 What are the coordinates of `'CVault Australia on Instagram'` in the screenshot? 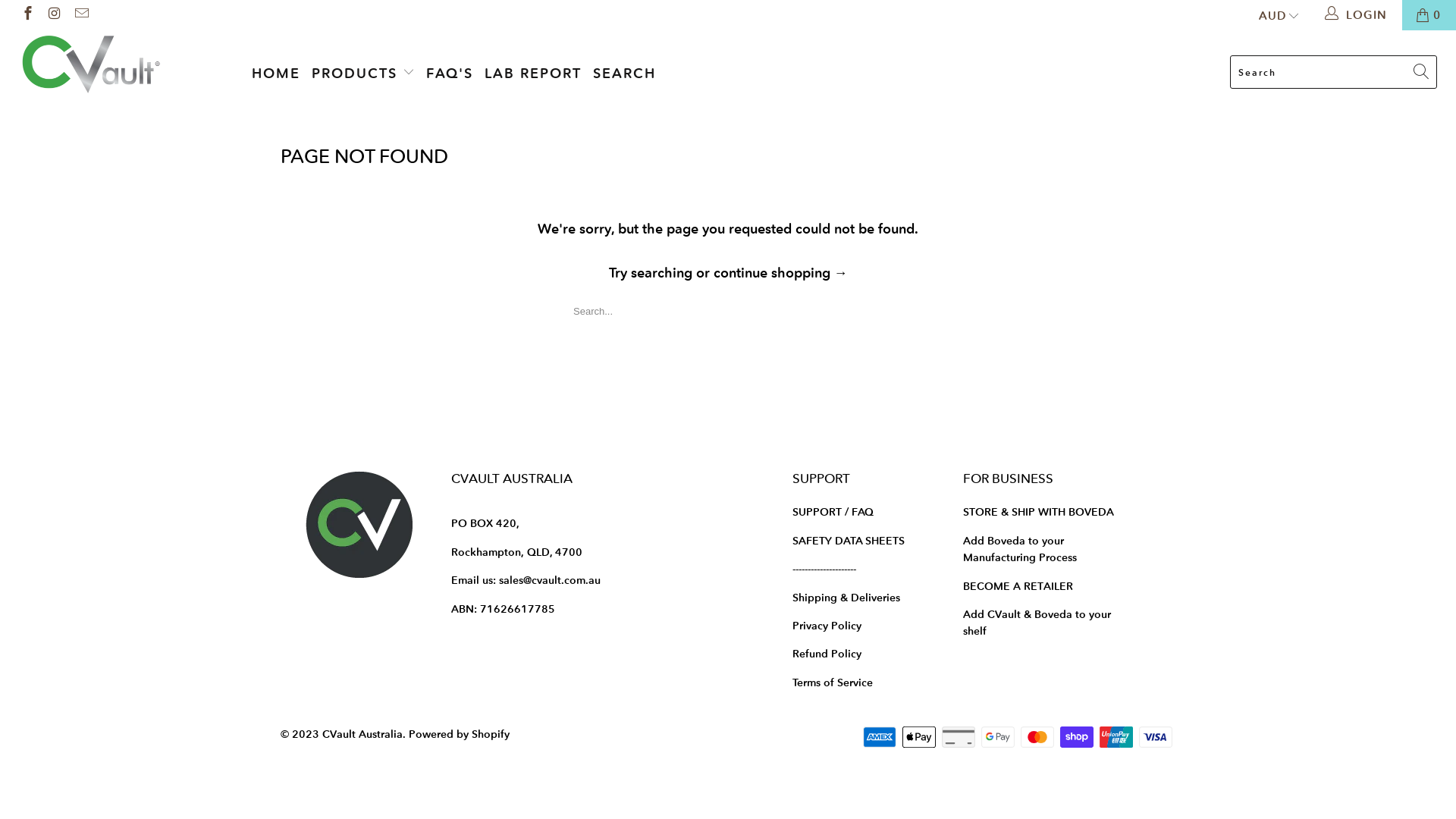 It's located at (54, 14).